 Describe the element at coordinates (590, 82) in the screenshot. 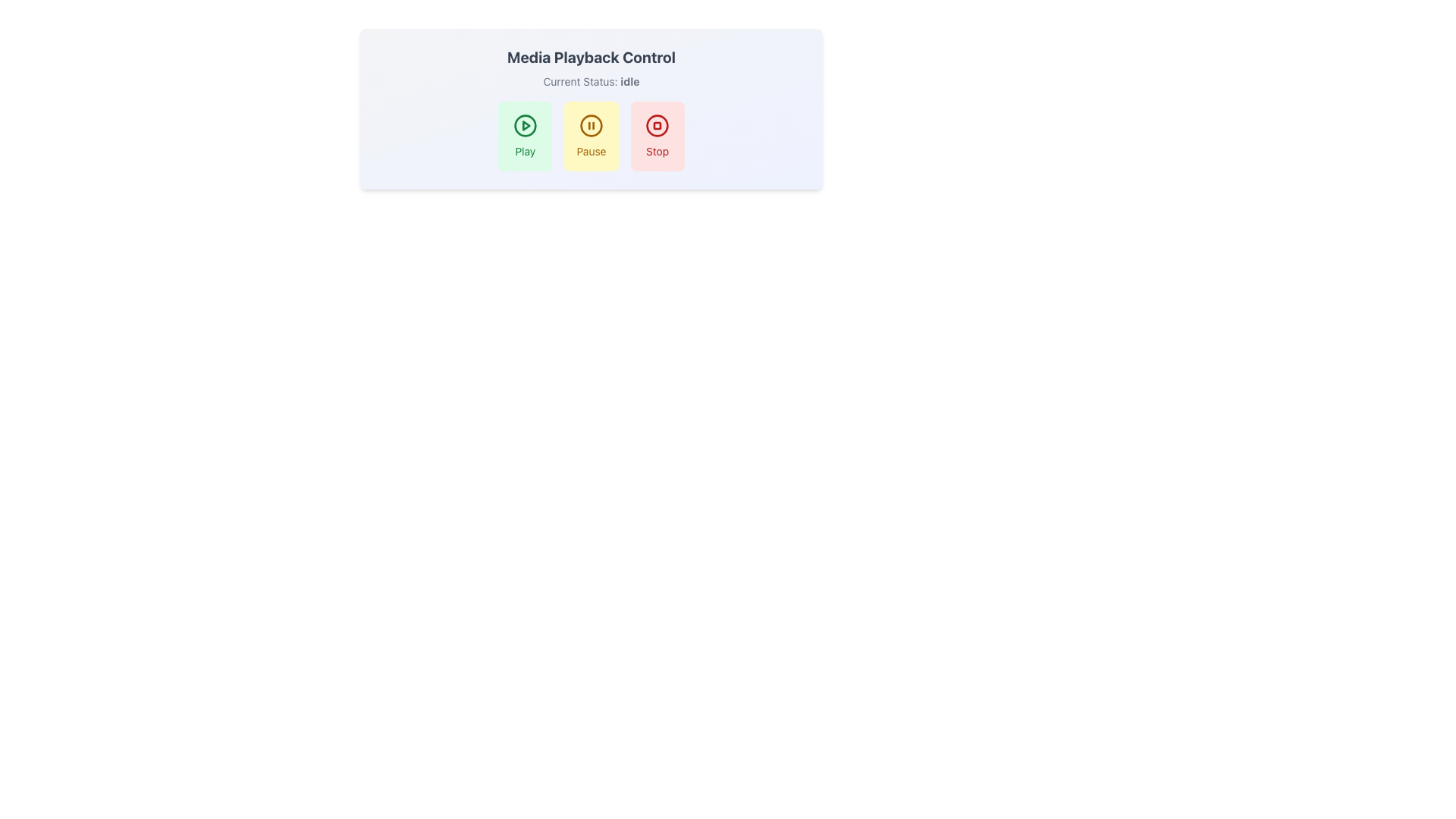

I see `the text label indicating 'Current Status: idle', which is located below the title 'Media Playback Control' and above the playback buttons` at that location.